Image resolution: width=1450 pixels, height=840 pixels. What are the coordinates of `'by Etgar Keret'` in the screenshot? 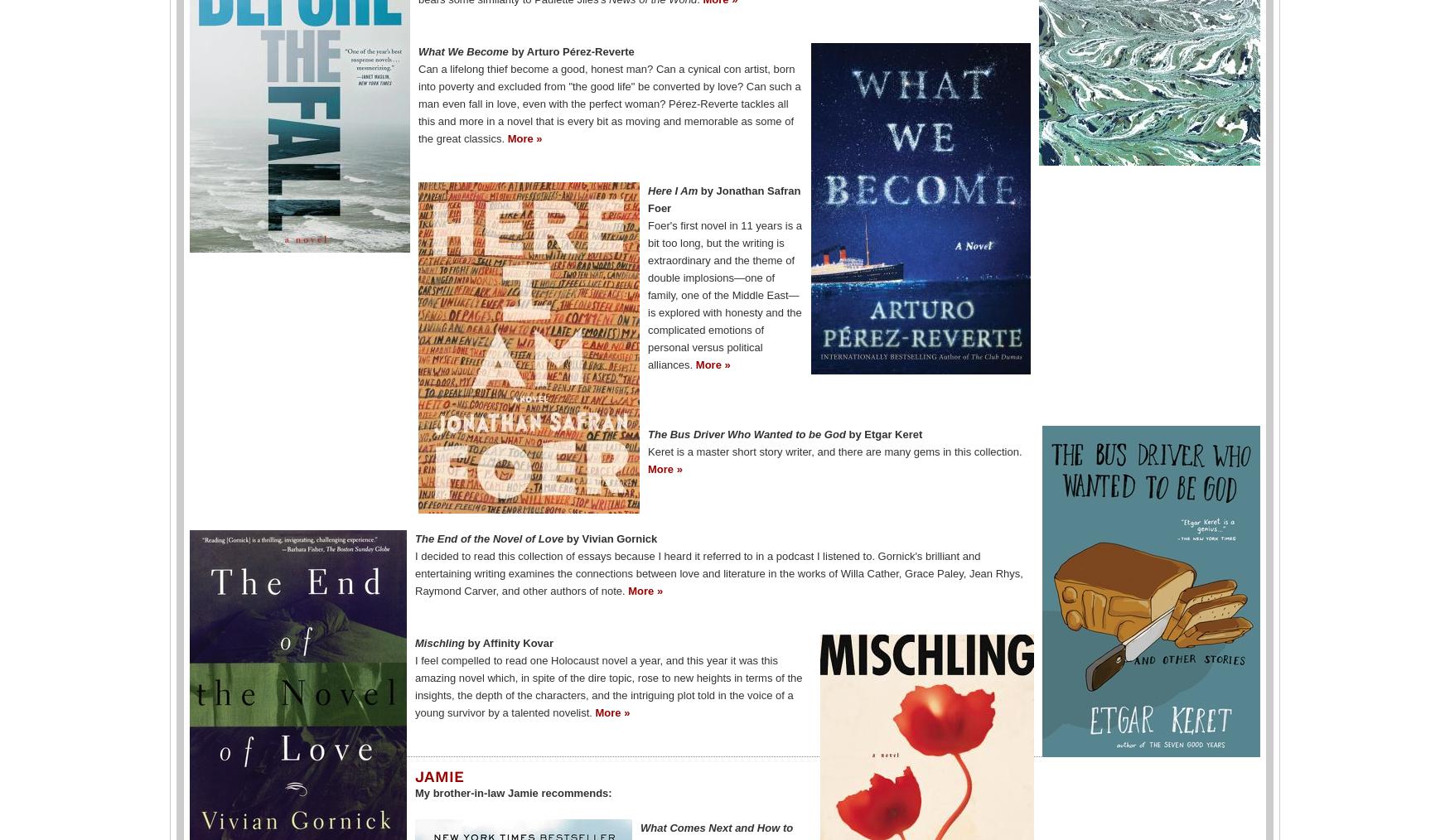 It's located at (885, 432).